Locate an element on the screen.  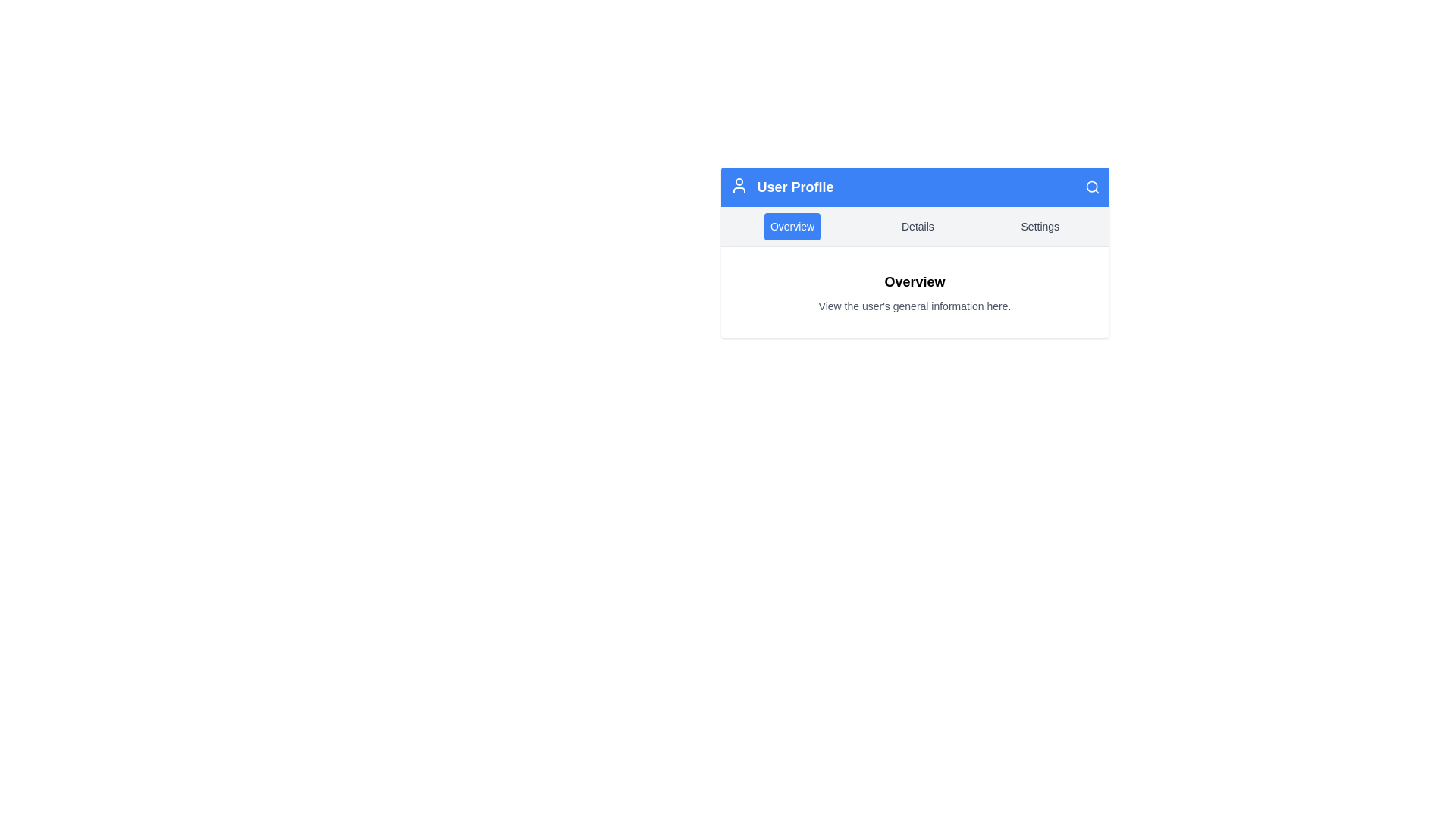
the 'Settings' button, which is the third button in a row of three buttons labeled 'Overview', 'Details', and 'Settings', located in the top middle section of the UI is located at coordinates (1039, 227).